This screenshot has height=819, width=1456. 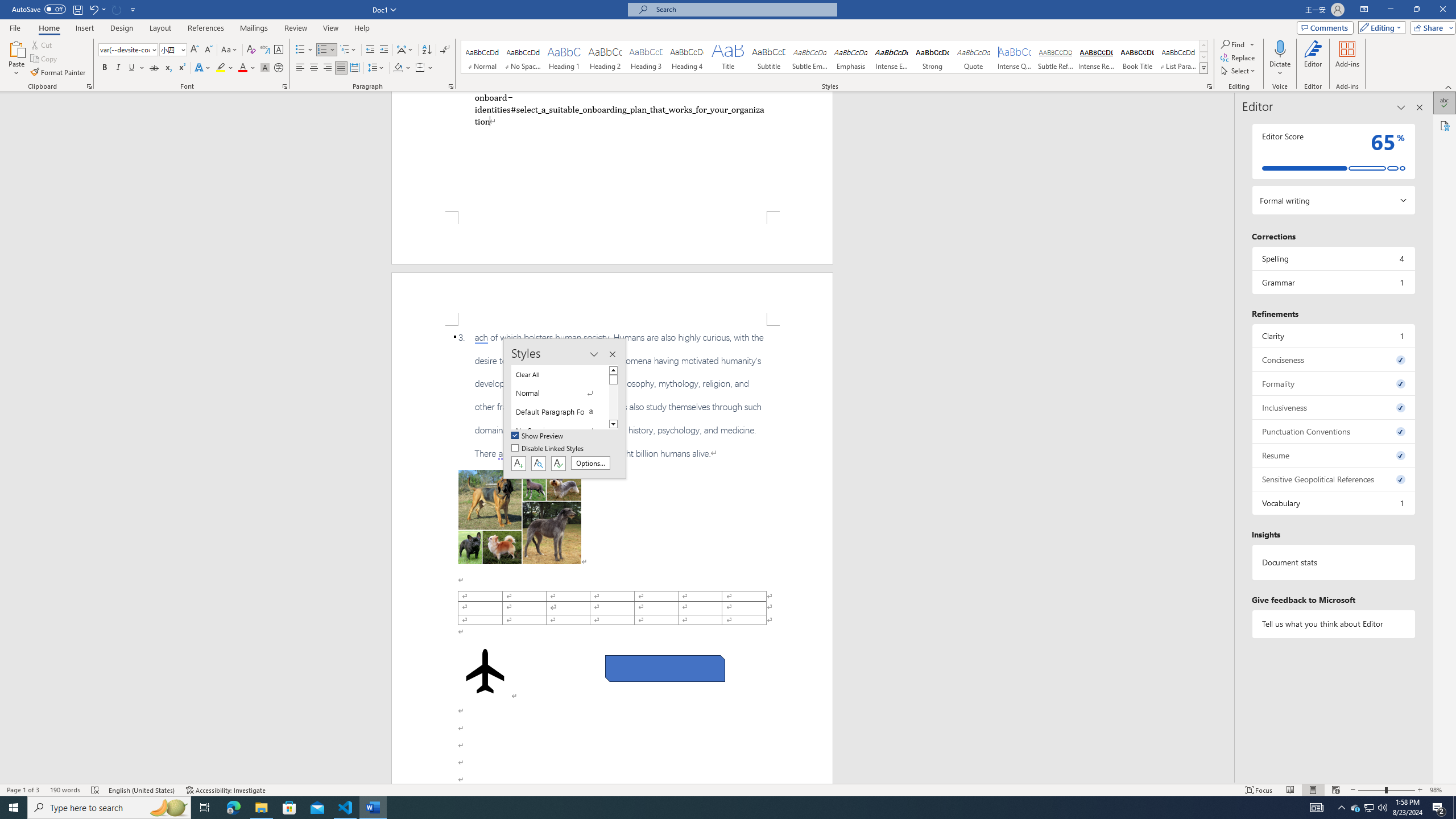 I want to click on 'Font...', so click(x=285, y=85).